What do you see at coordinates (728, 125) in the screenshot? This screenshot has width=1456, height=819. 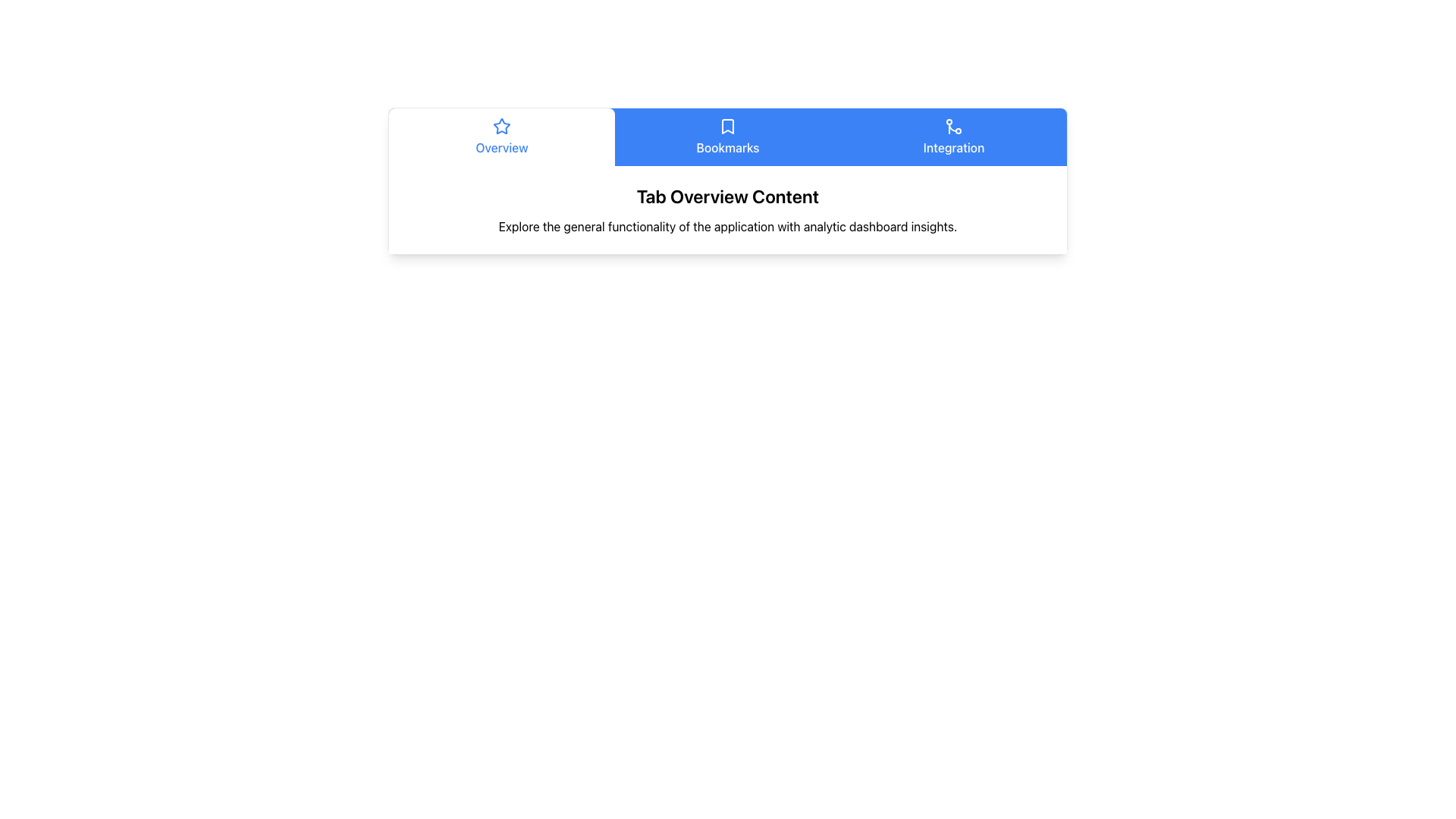 I see `the 'Bookmarks' icon located in the center of the 'Bookmarks' tab` at bounding box center [728, 125].